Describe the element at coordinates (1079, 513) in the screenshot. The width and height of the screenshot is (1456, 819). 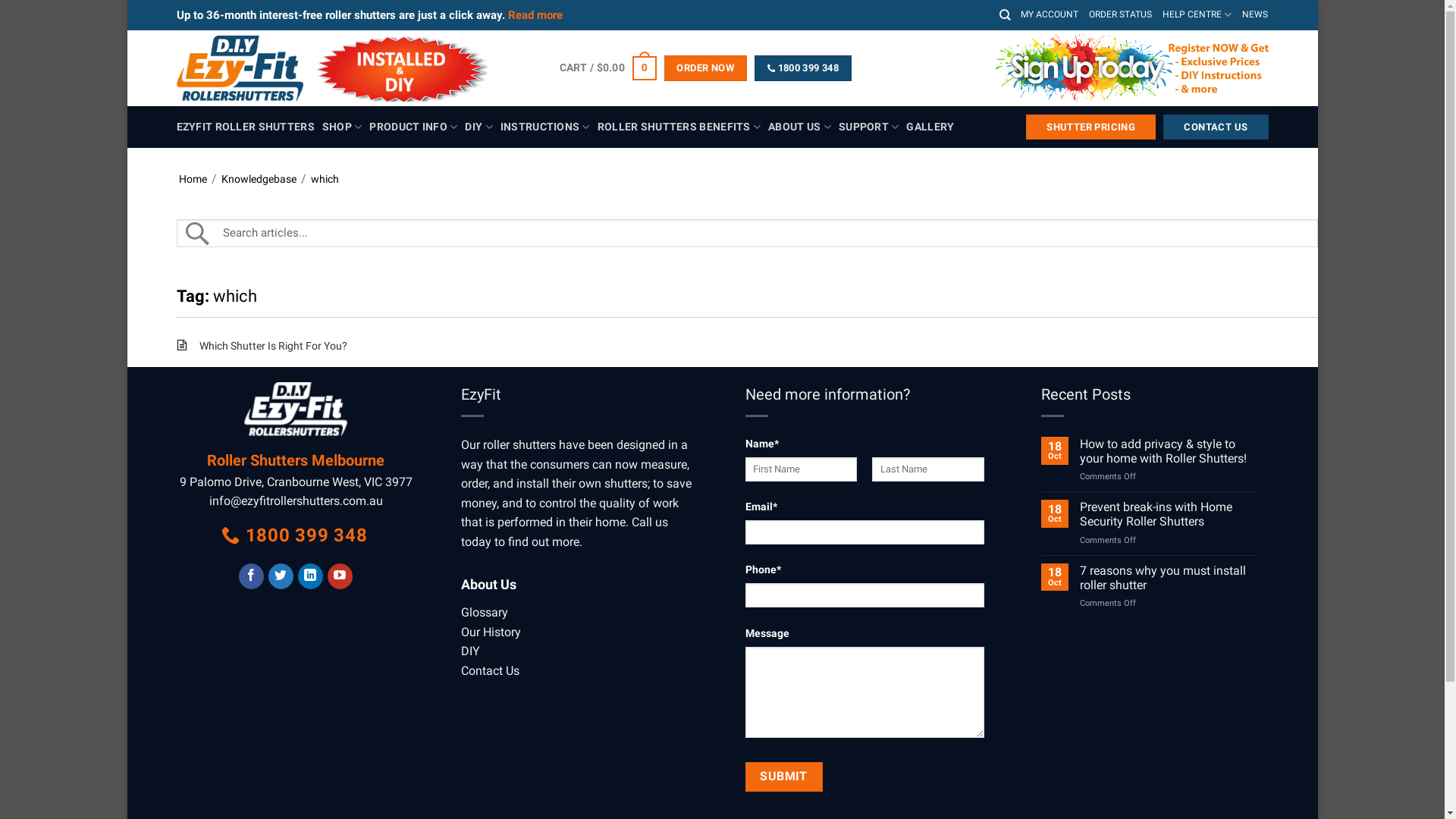
I see `'Prevent break-ins with Home Security Roller Shutters'` at that location.